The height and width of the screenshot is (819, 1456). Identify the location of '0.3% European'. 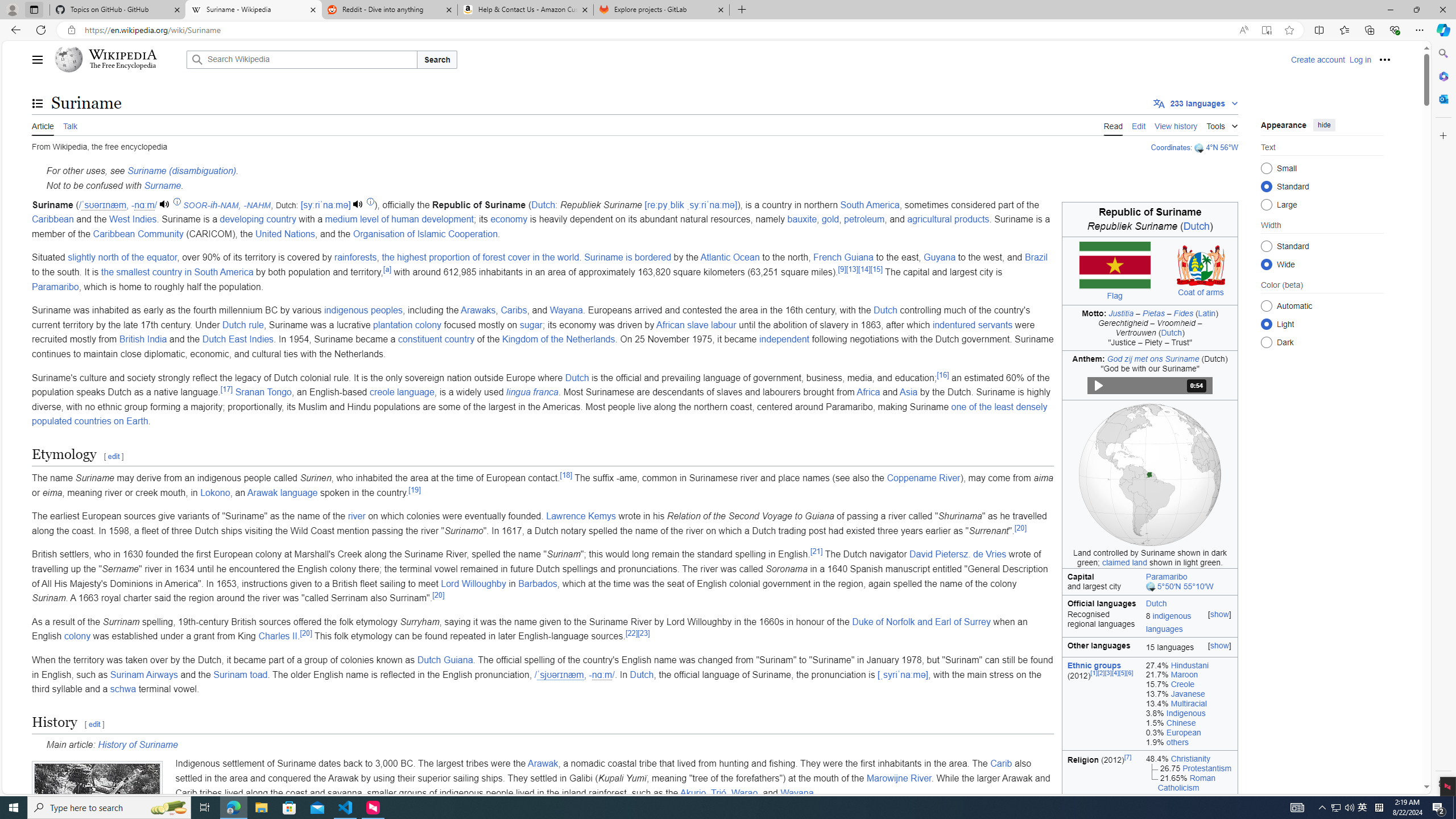
(1189, 732).